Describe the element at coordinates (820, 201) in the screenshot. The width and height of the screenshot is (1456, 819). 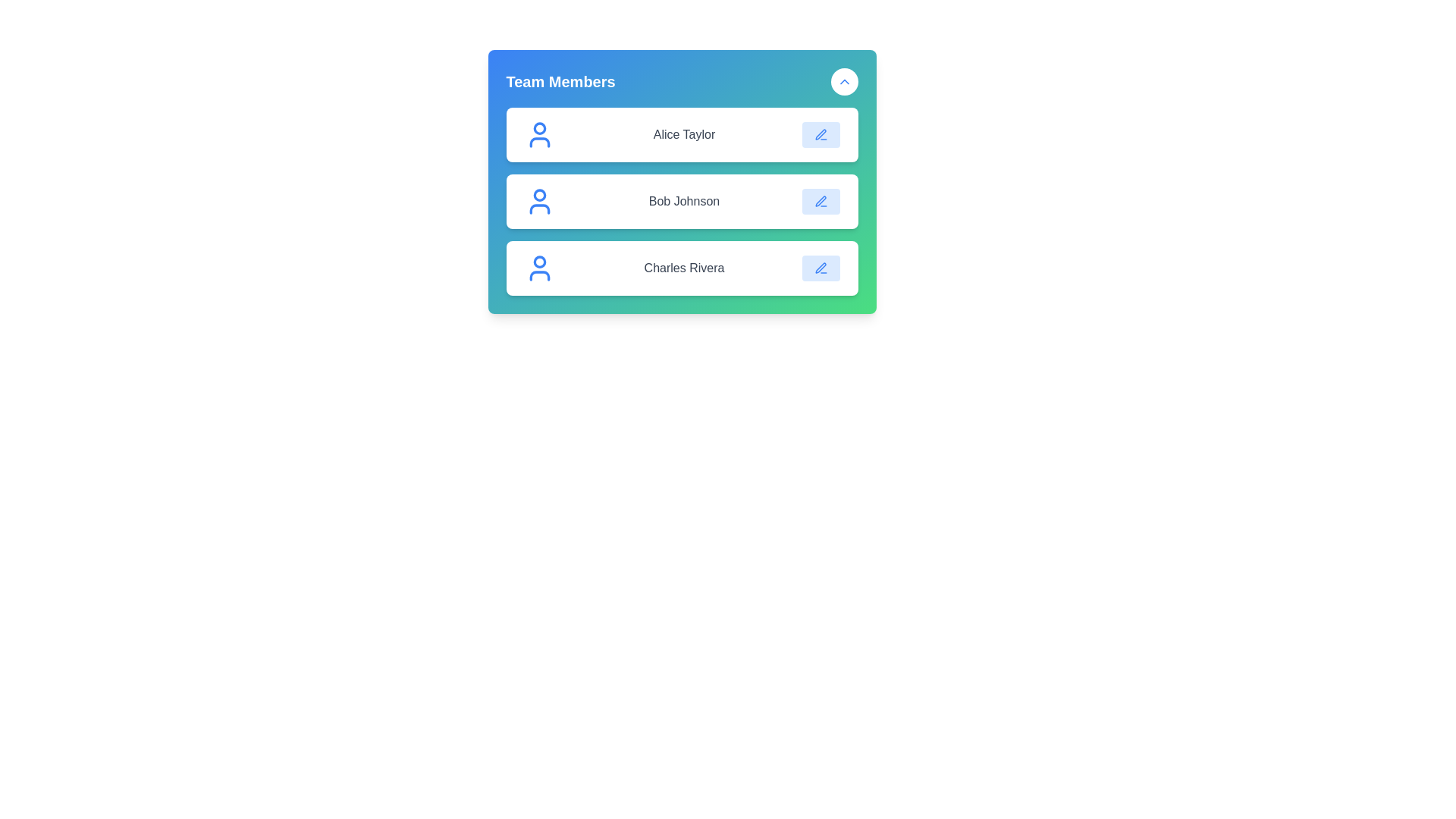
I see `the edit button for the contact named Bob Johnson` at that location.